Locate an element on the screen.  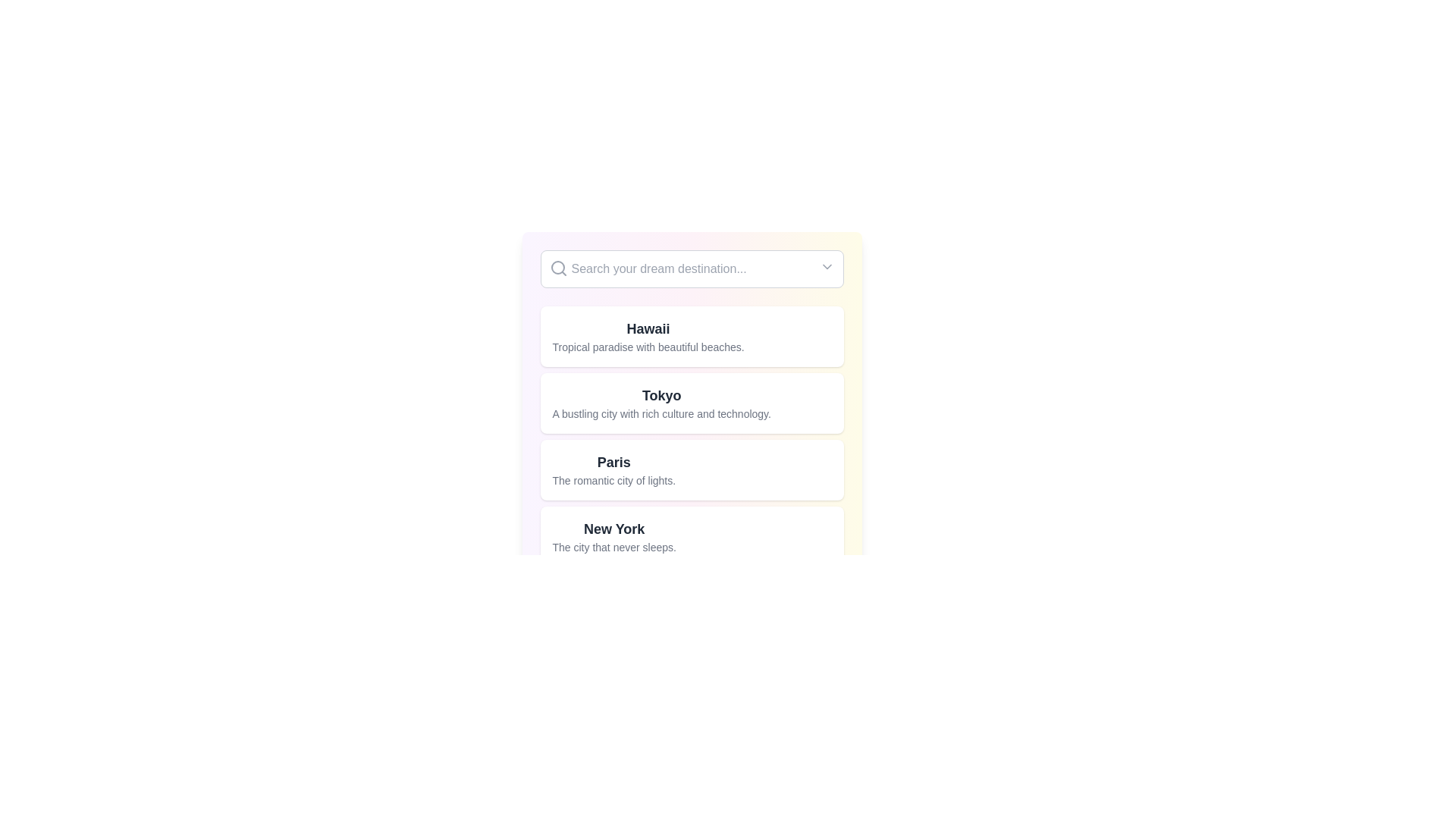
the Text Label that serves as the title for the 'Paris' section in the list of destinations is located at coordinates (613, 461).